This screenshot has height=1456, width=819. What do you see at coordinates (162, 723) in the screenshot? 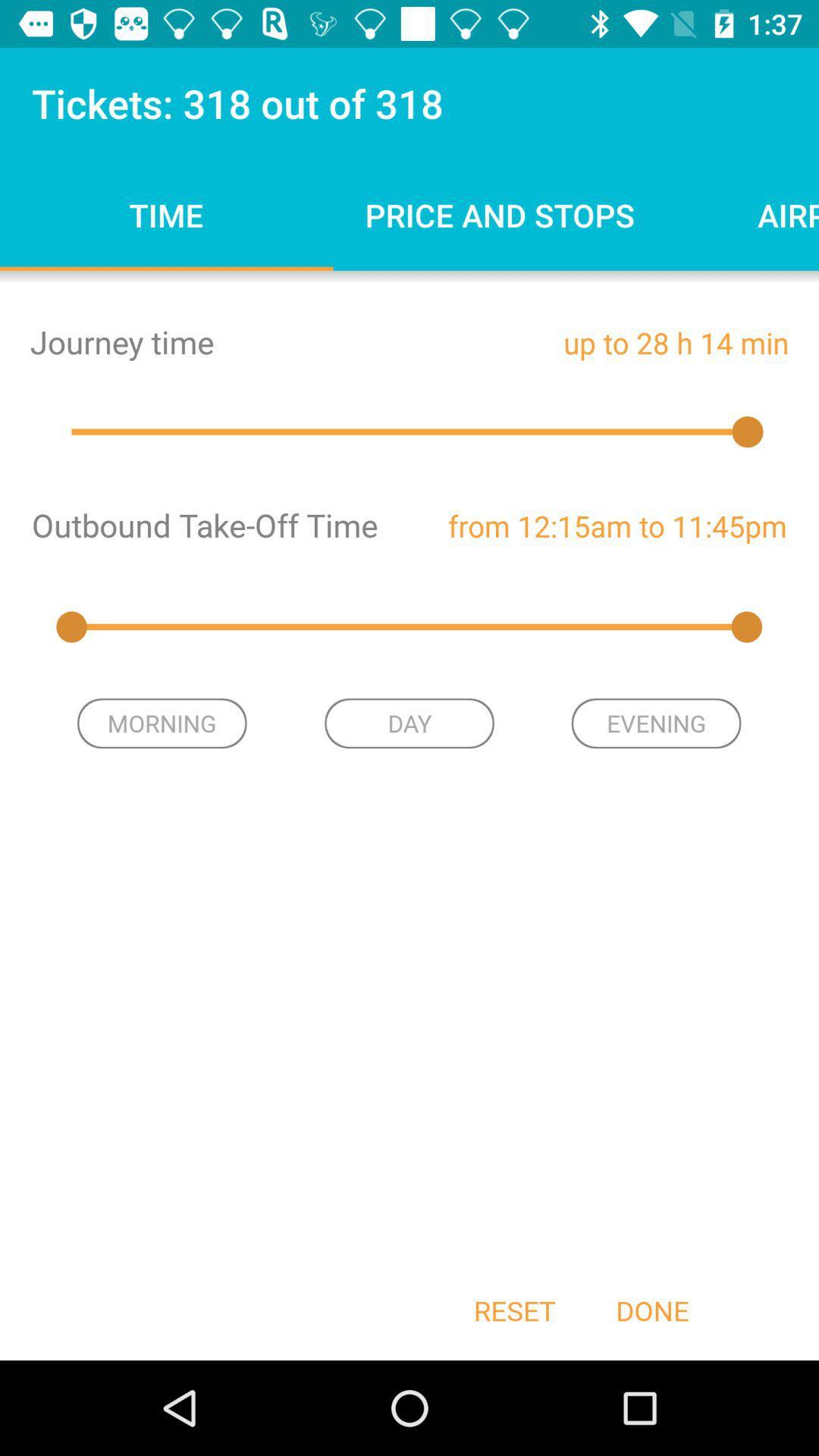
I see `the morning icon` at bounding box center [162, 723].